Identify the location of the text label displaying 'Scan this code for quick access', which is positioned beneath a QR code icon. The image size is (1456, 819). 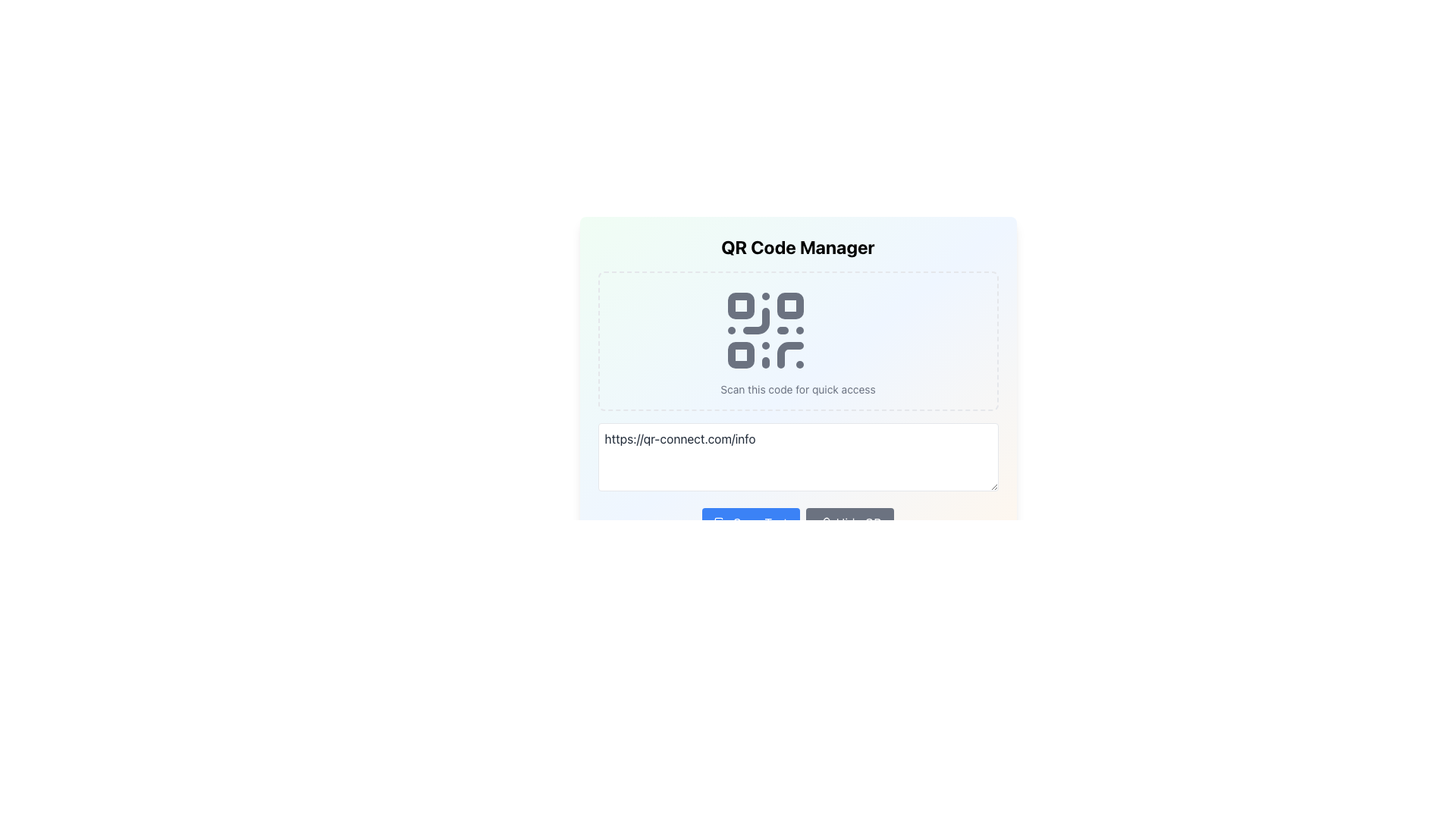
(797, 388).